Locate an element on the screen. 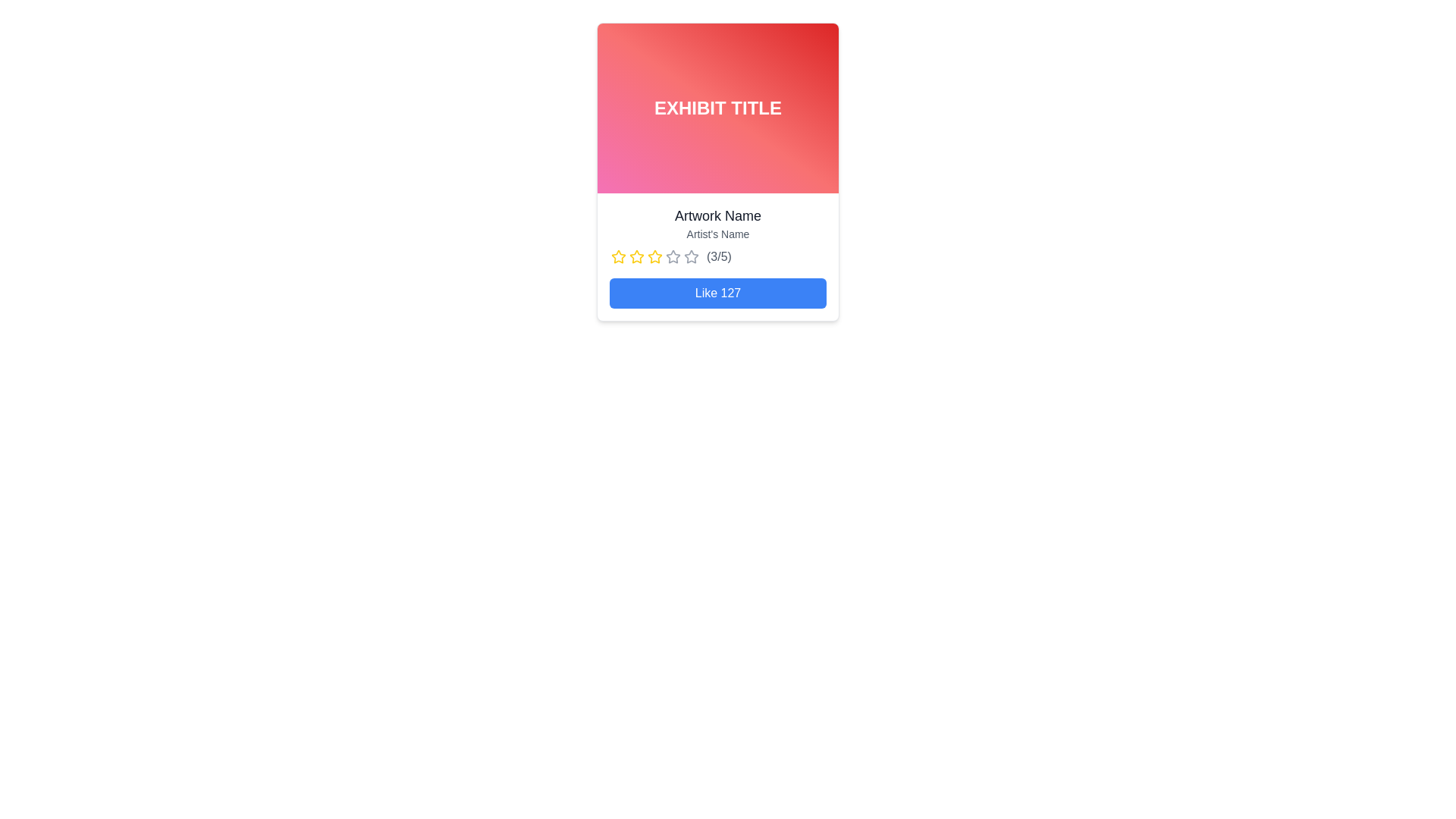 Image resolution: width=1456 pixels, height=819 pixels. the static text displaying 'Artwork Name' in a large, bold font, located below the 'EXHIBIT TITLE' banner is located at coordinates (717, 216).